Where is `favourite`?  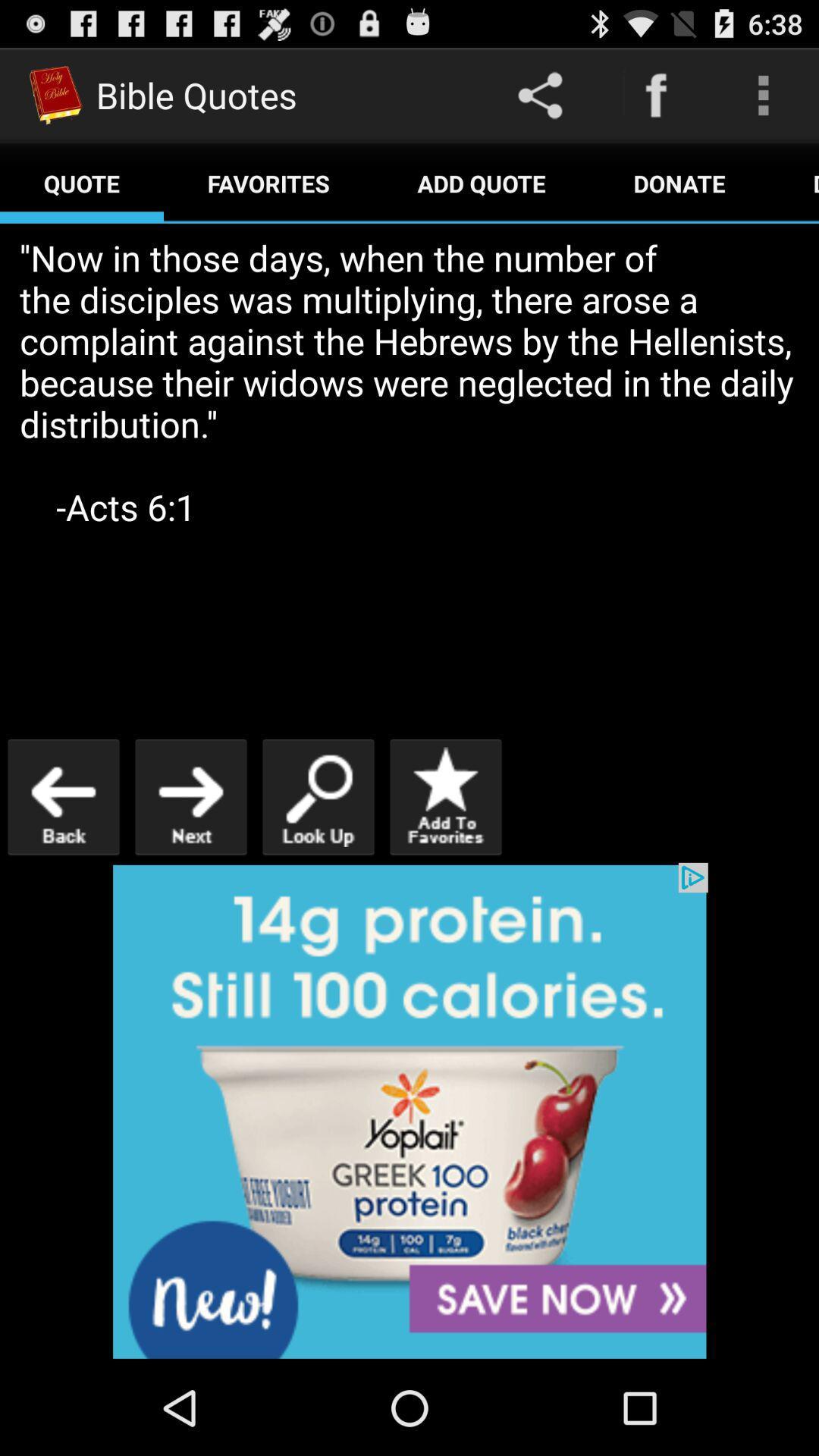 favourite is located at coordinates (444, 796).